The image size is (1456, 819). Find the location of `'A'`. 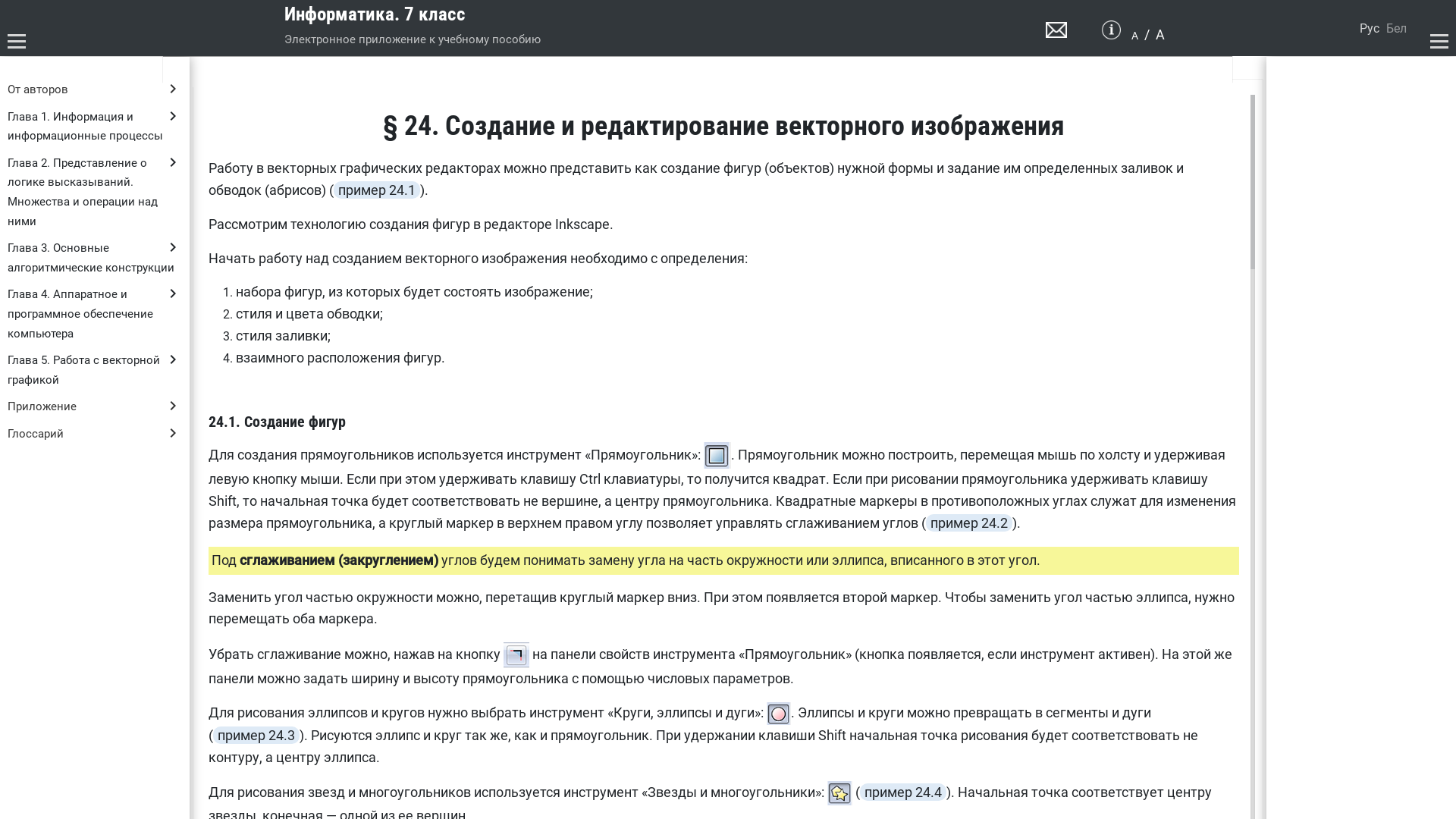

'A' is located at coordinates (1159, 34).